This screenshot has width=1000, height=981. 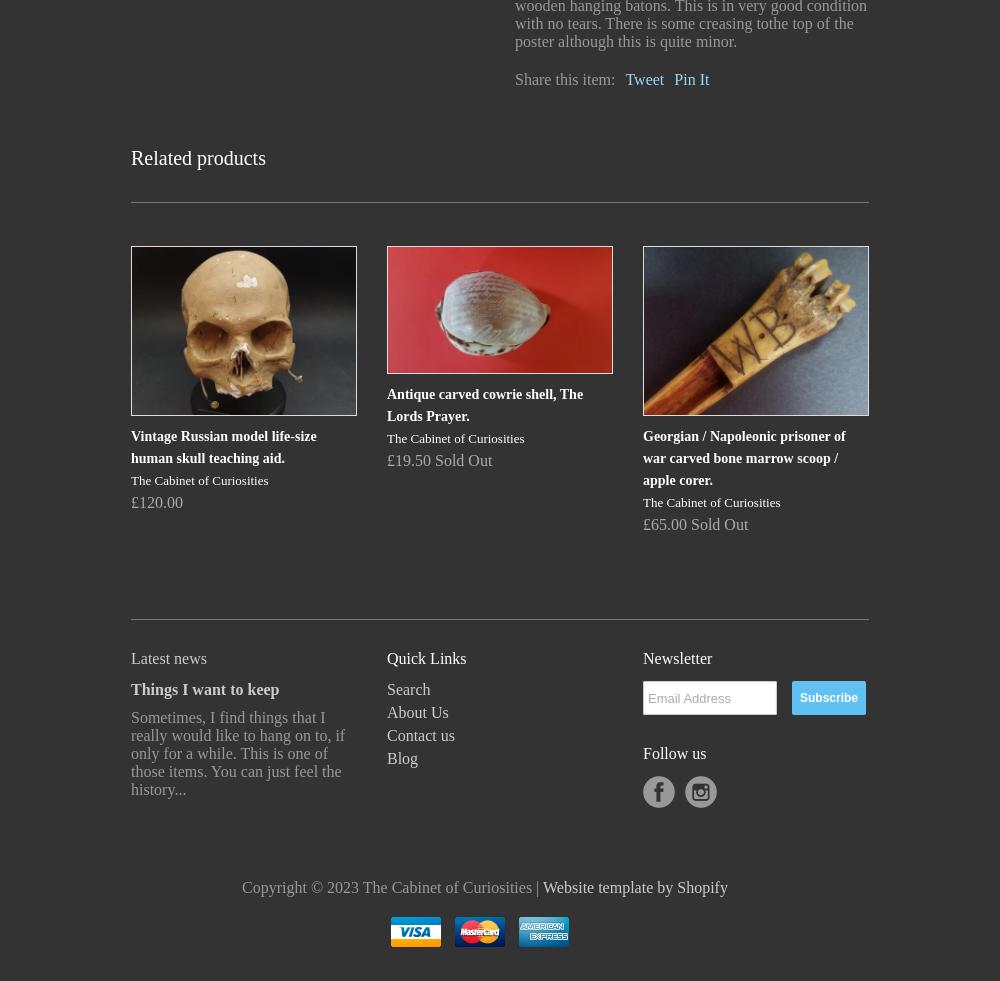 I want to click on 'Share this item:', so click(x=564, y=78).